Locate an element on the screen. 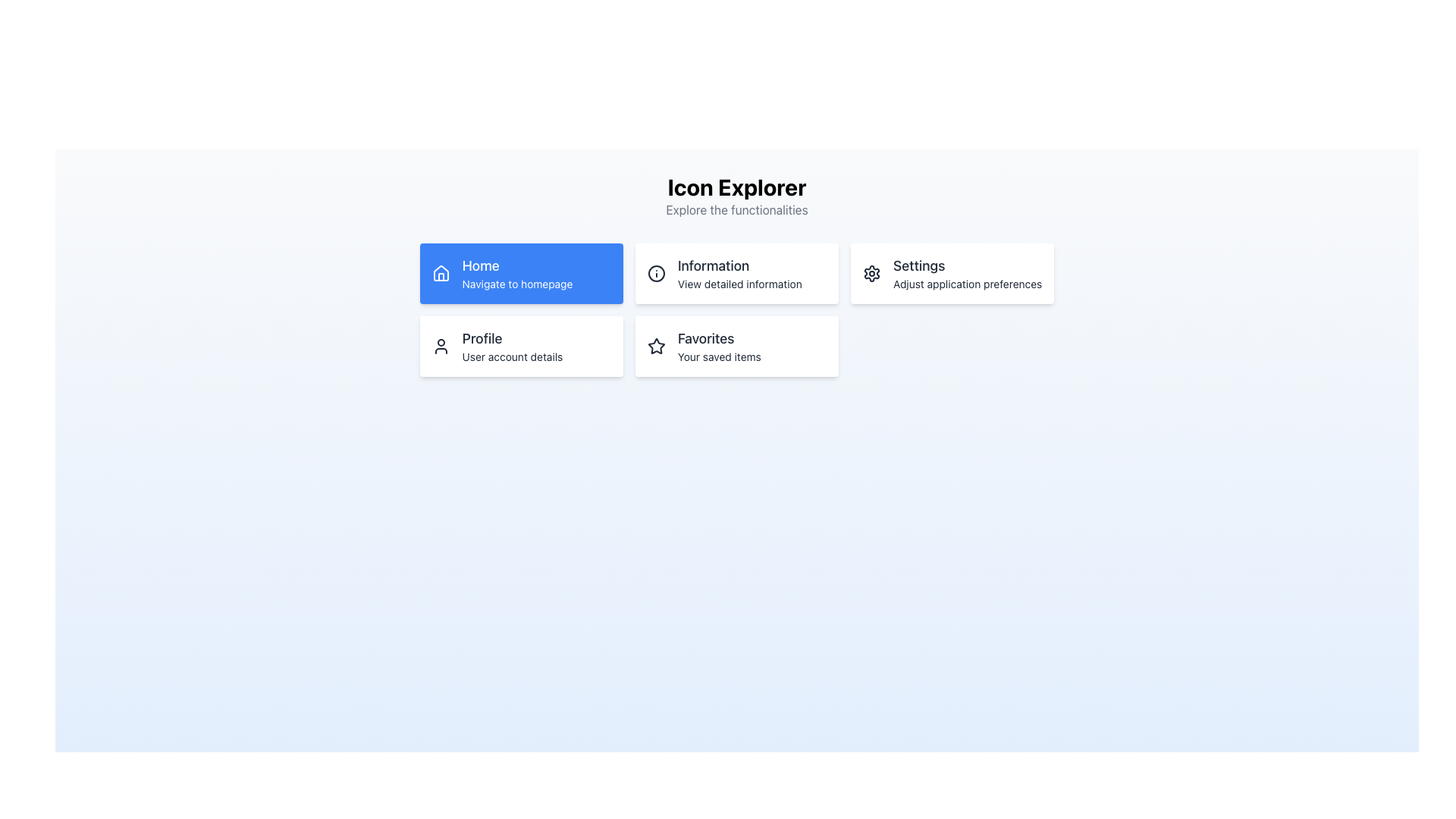 The width and height of the screenshot is (1456, 819). the 'Home' navigation button icon located at the top-left corner of the blue rectangle labeled 'Home' in the first card of the grid layout is located at coordinates (440, 273).